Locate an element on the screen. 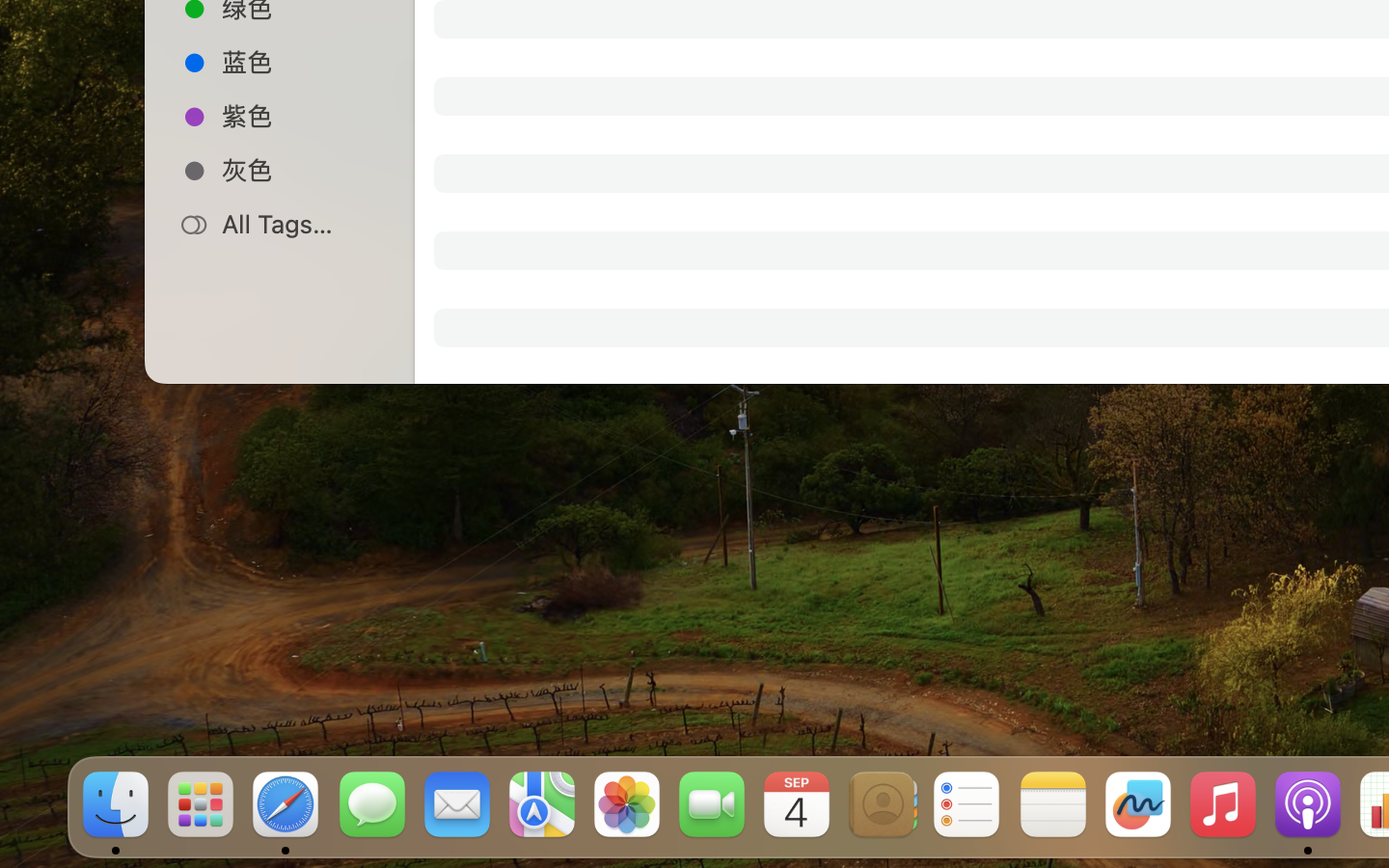  'All Tags…' is located at coordinates (300, 223).